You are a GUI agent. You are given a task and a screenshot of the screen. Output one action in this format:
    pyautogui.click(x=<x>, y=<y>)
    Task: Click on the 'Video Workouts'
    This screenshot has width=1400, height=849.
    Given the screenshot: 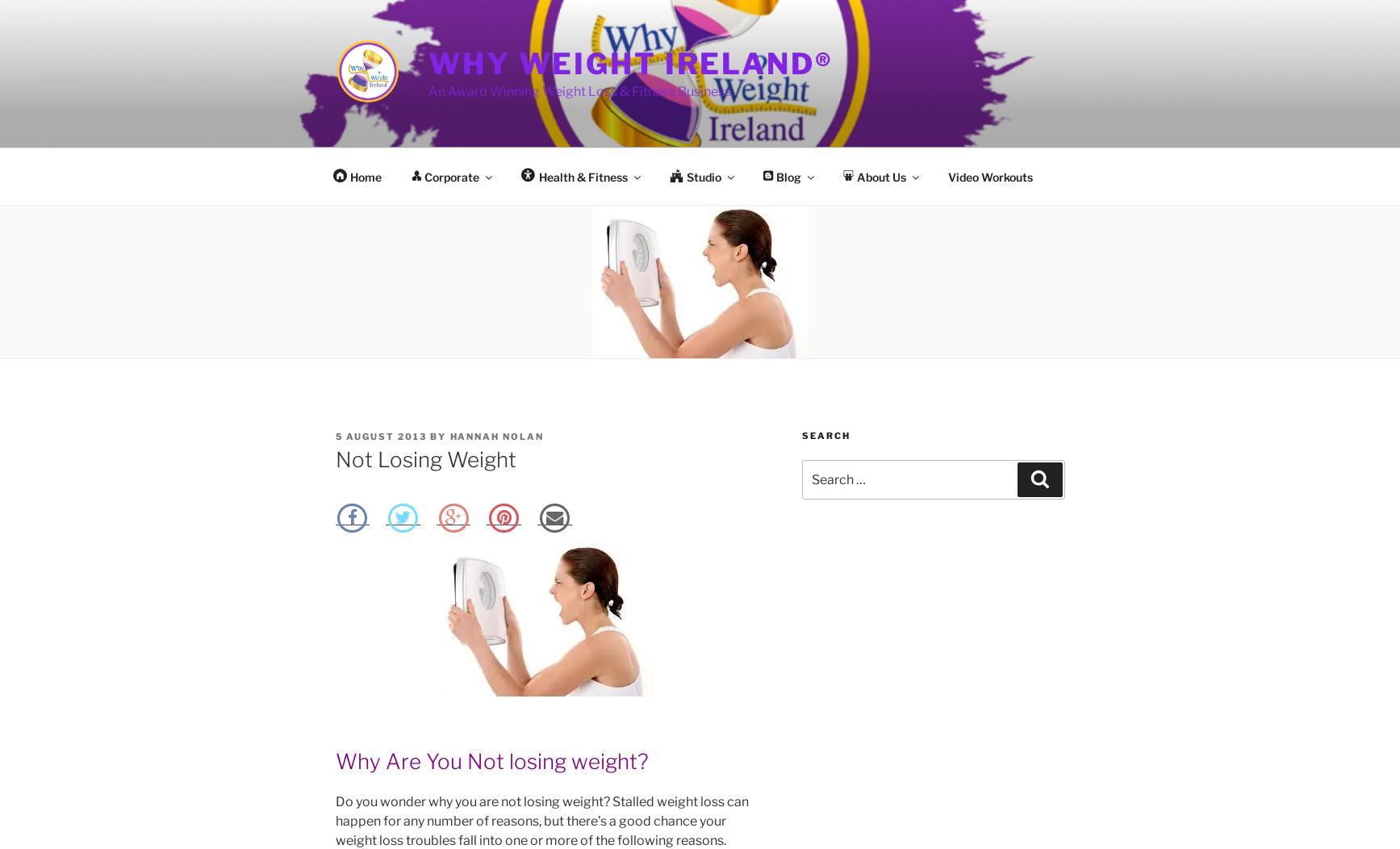 What is the action you would take?
    pyautogui.click(x=947, y=176)
    